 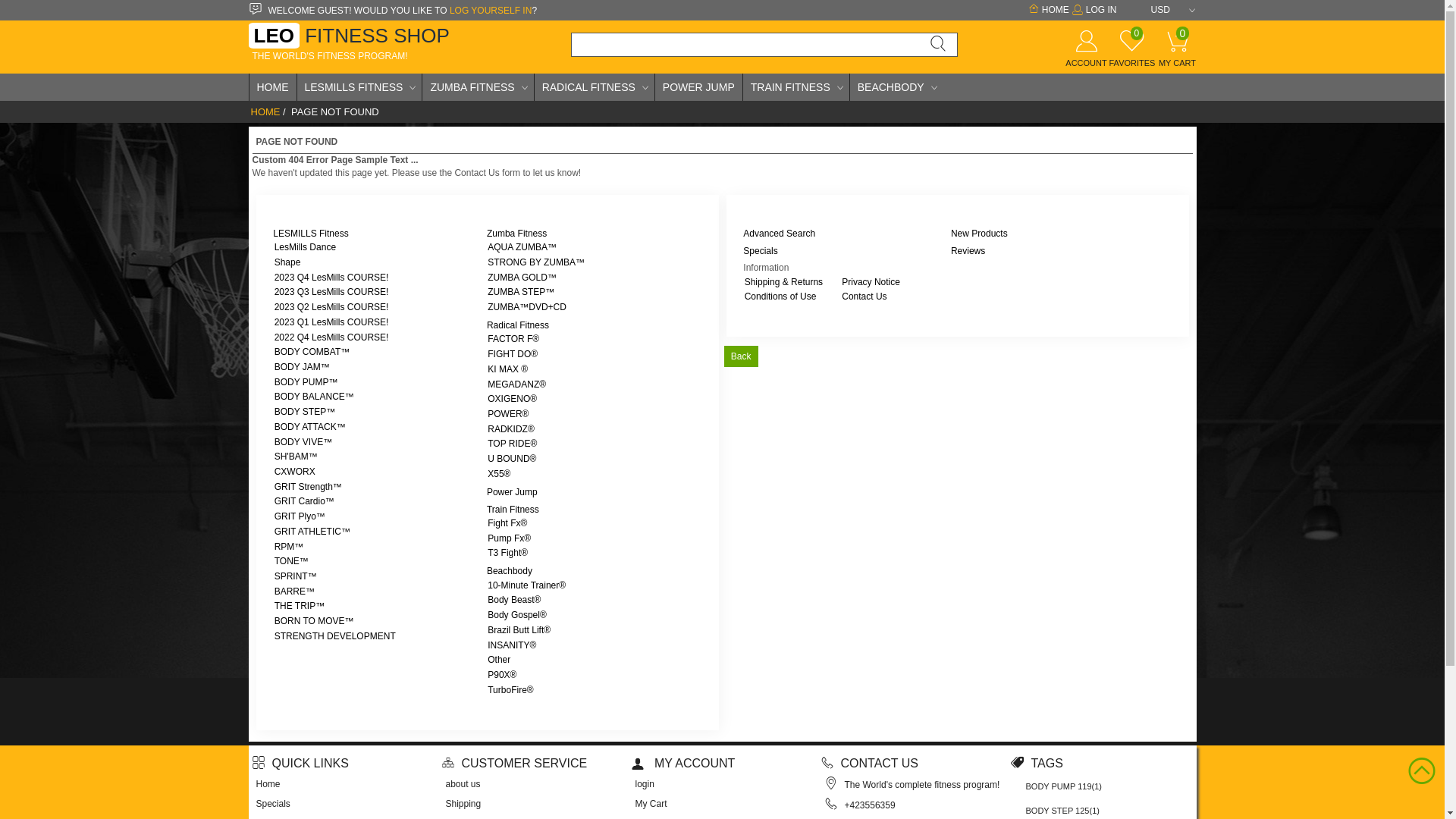 I want to click on 'Train Fitness', so click(x=513, y=509).